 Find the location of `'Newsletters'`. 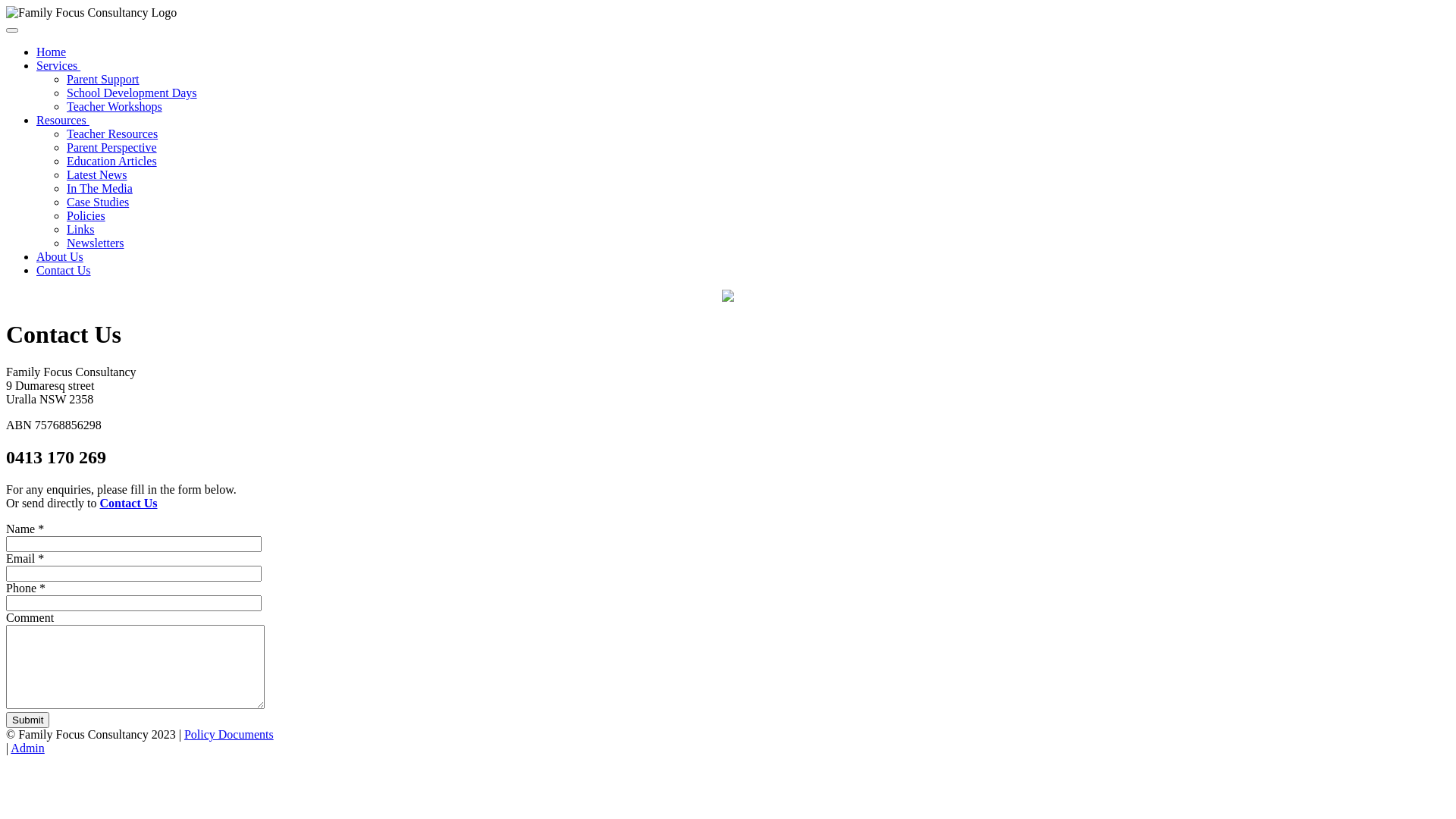

'Newsletters' is located at coordinates (65, 242).